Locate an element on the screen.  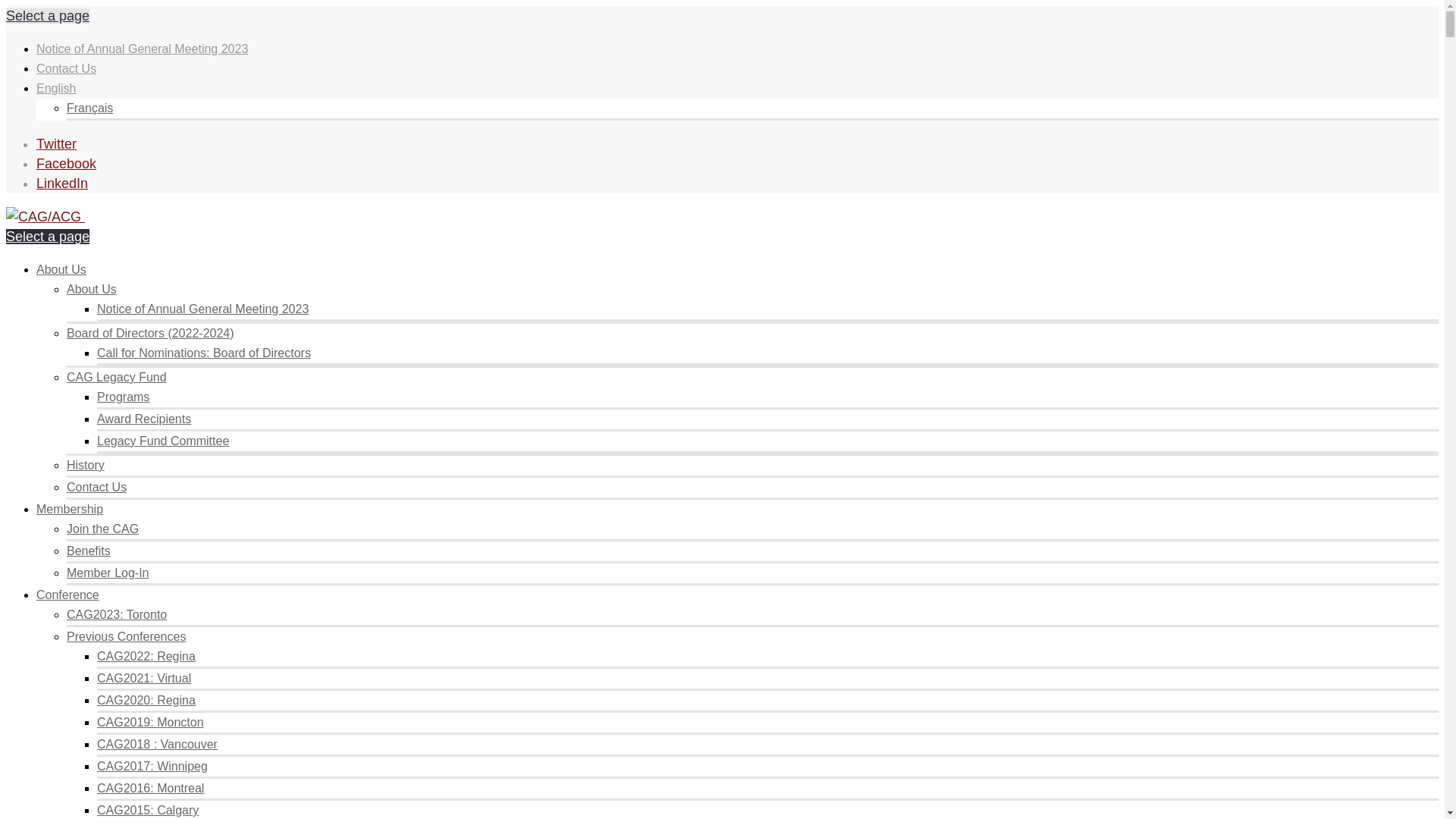
'LinkedIn' is located at coordinates (61, 183).